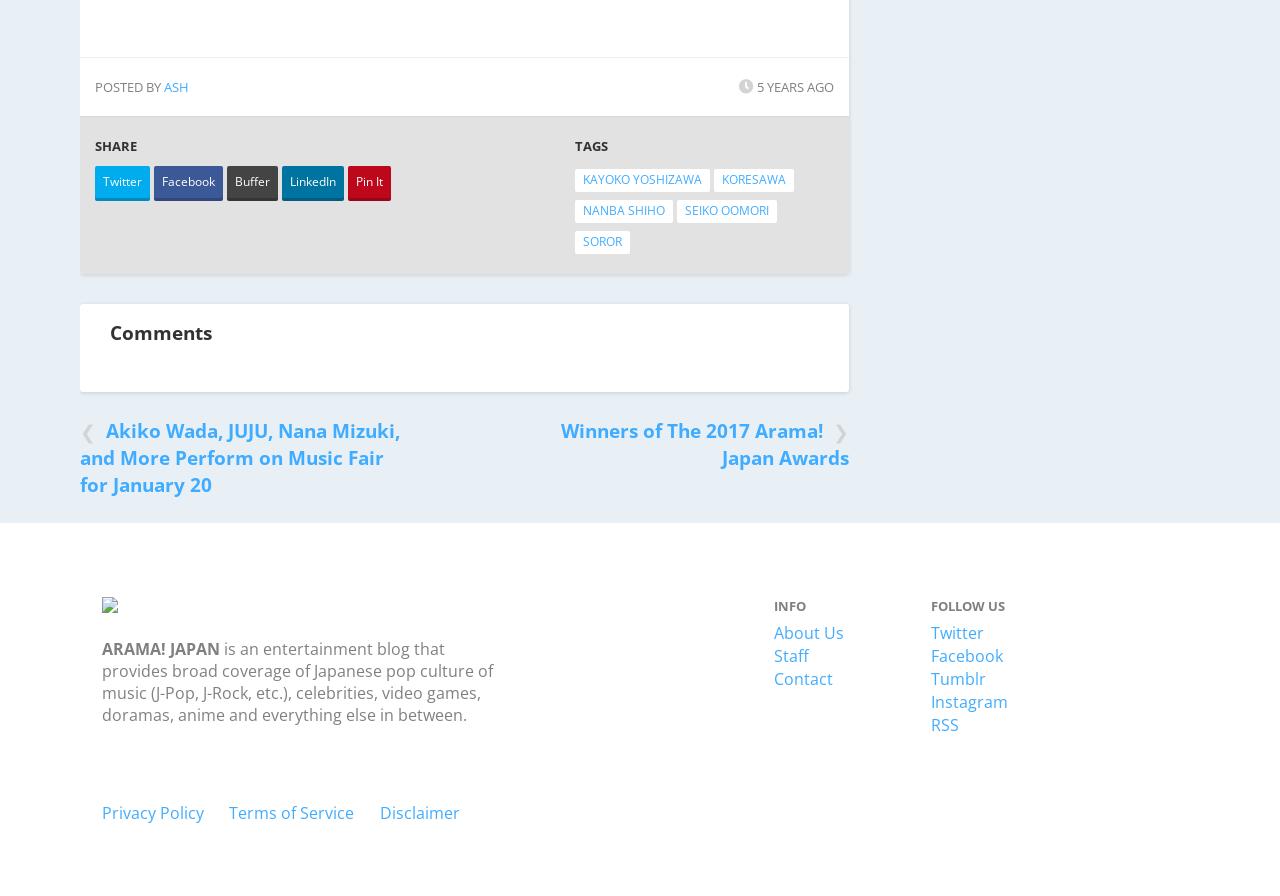 This screenshot has width=1280, height=896. I want to click on 'About Us', so click(808, 632).